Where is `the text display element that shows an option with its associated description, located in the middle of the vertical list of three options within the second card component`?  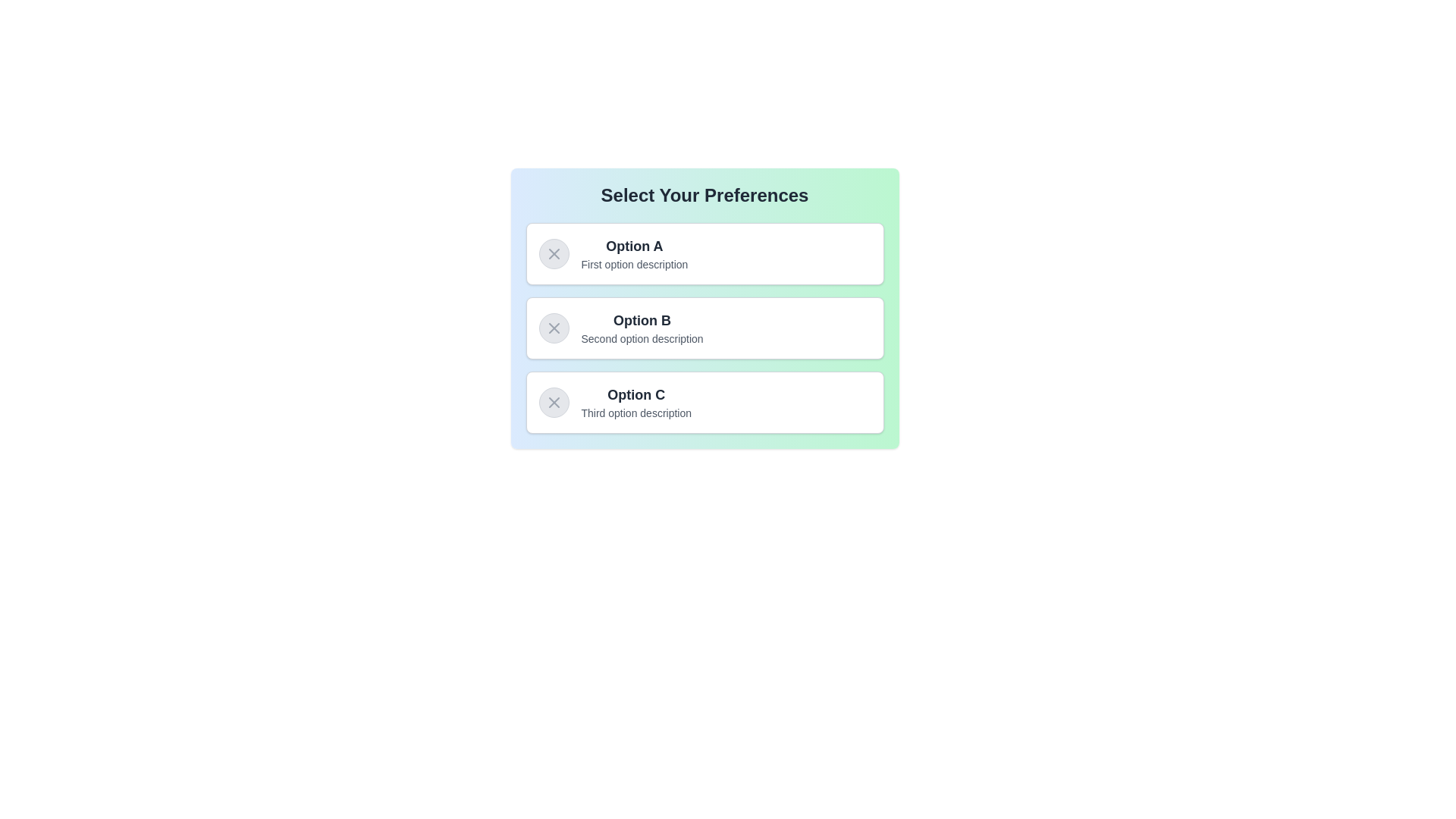 the text display element that shows an option with its associated description, located in the middle of the vertical list of three options within the second card component is located at coordinates (642, 327).